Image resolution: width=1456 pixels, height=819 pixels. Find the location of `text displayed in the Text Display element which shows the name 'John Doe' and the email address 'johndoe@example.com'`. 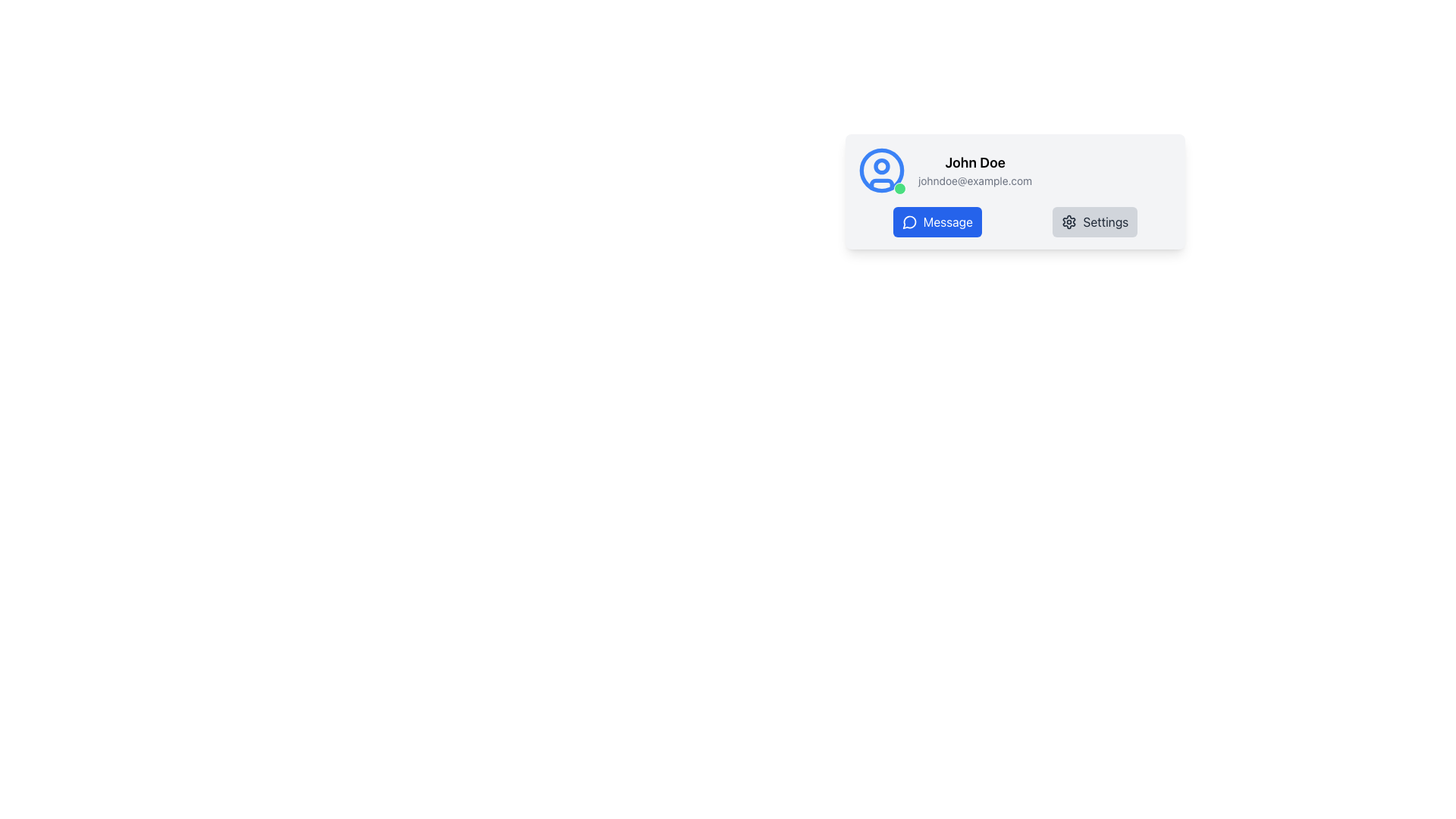

text displayed in the Text Display element which shows the name 'John Doe' and the email address 'johndoe@example.com' is located at coordinates (975, 170).